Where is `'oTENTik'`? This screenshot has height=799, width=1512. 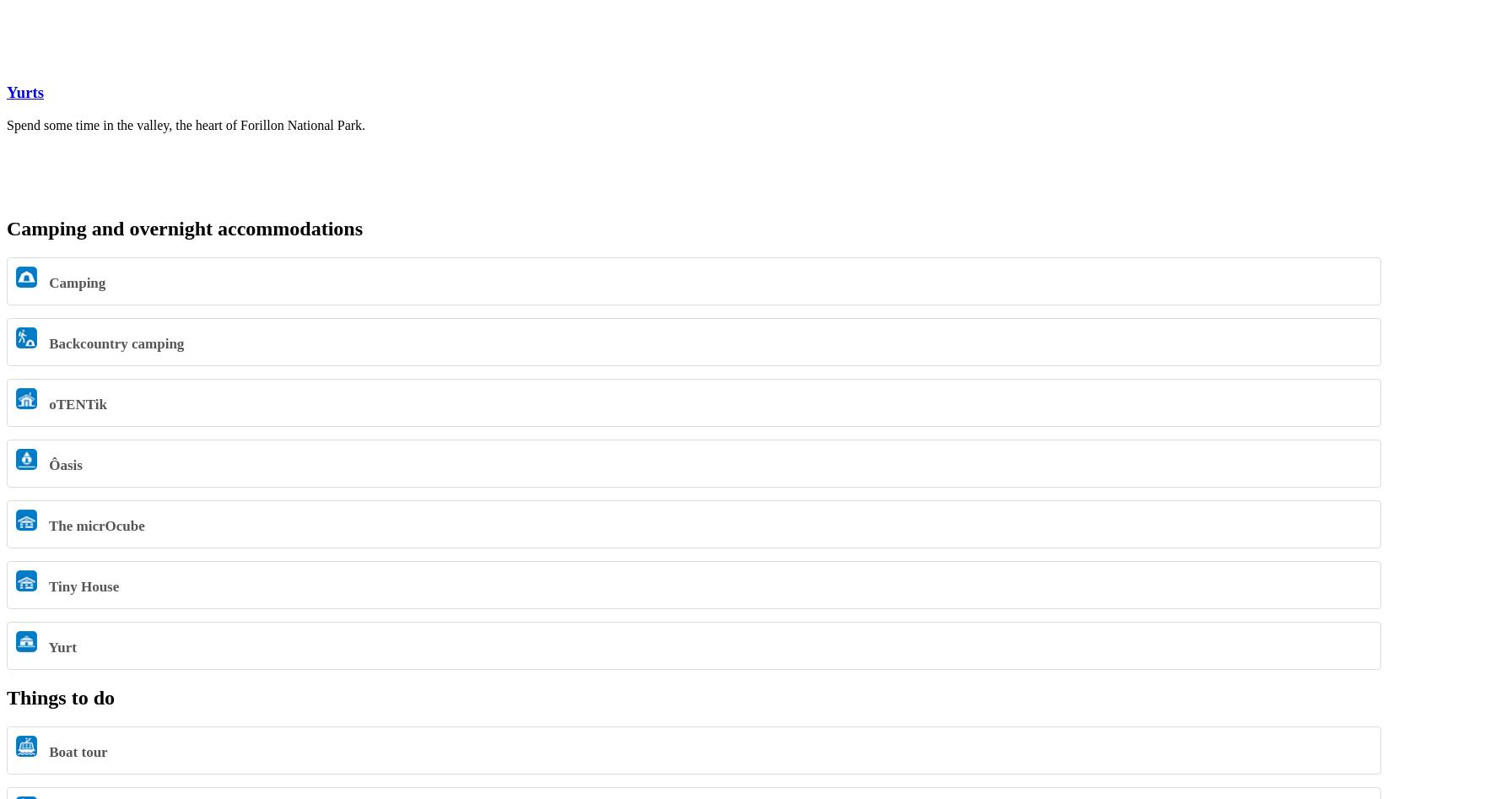
'oTENTik' is located at coordinates (75, 402).